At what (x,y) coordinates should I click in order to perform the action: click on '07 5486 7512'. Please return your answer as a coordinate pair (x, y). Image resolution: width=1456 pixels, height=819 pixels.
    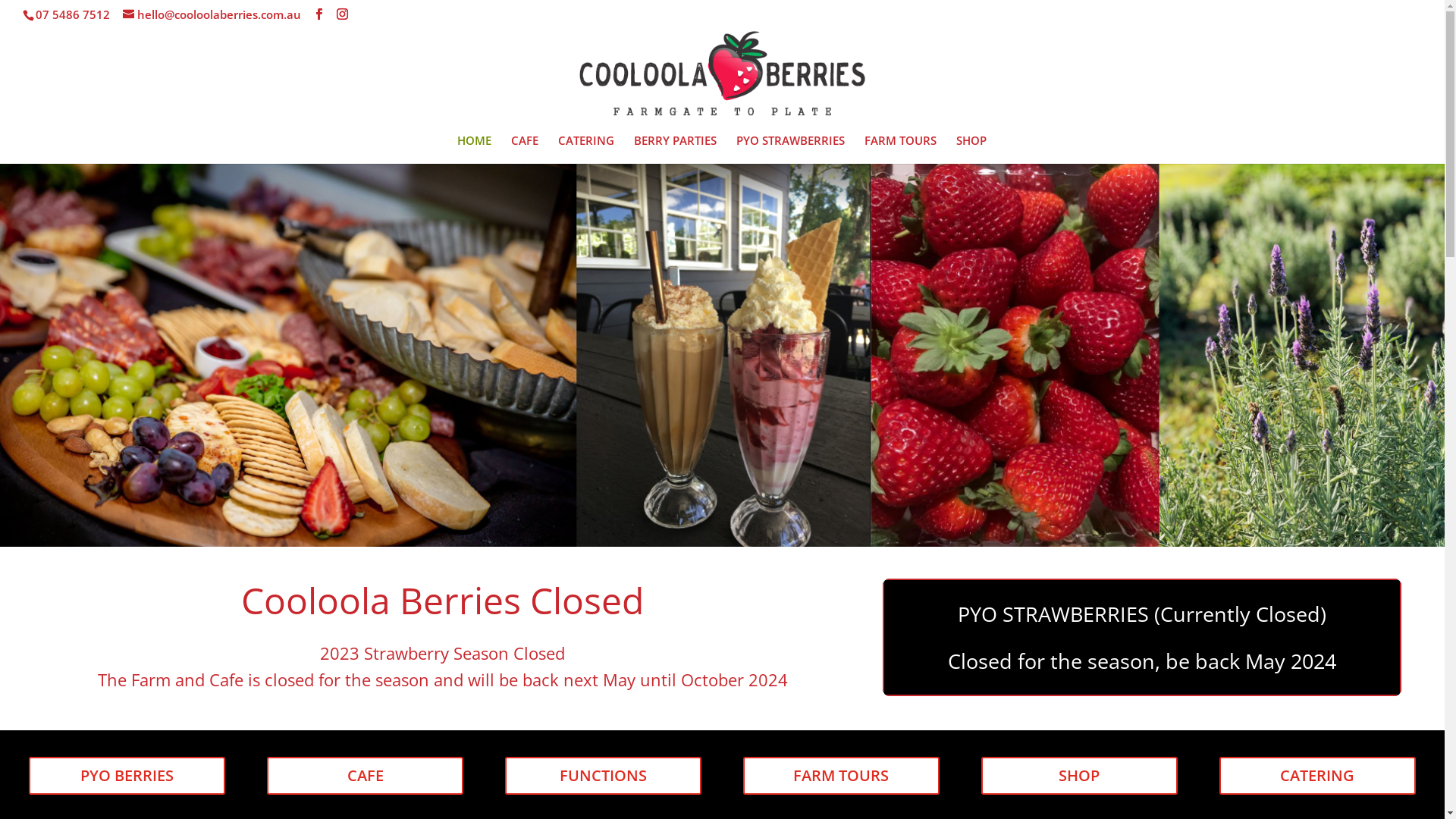
    Looking at the image, I should click on (72, 14).